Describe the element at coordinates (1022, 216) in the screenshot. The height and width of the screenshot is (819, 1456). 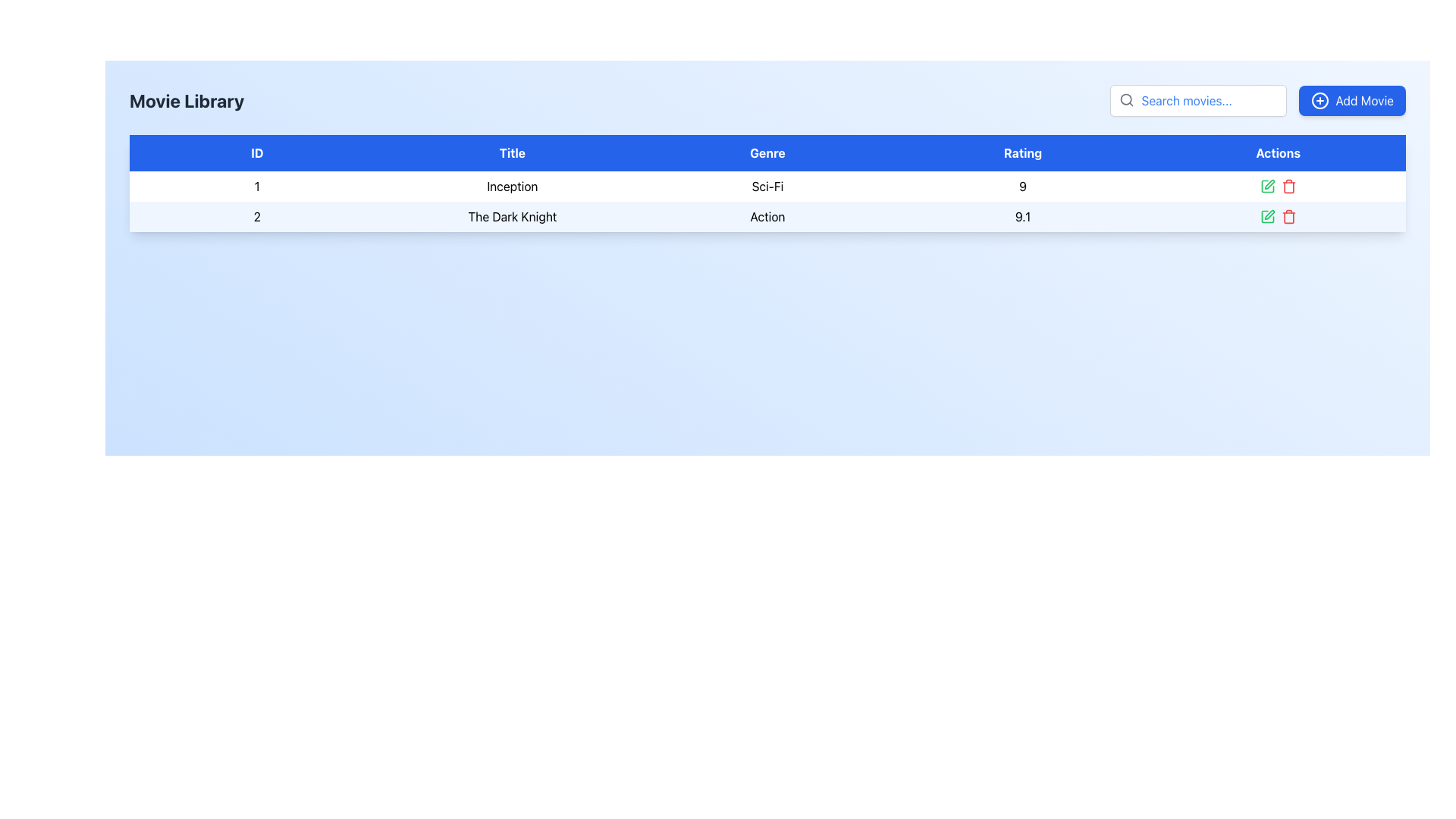
I see `the static read-only label displaying the rating score in the second row of the table under the 'Rating' column` at that location.